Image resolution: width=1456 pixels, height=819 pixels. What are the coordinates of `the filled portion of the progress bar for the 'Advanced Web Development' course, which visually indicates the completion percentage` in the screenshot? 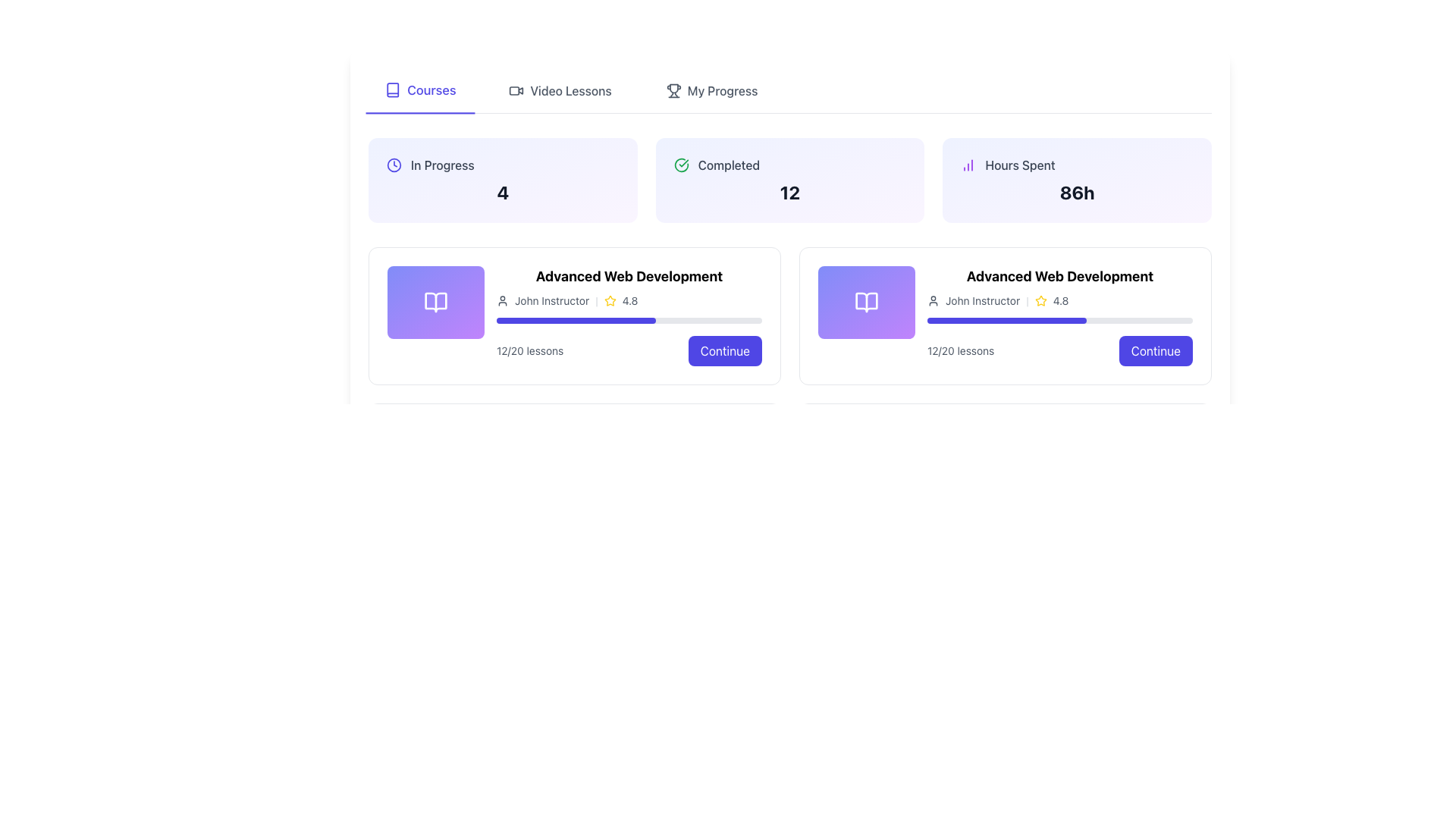 It's located at (1007, 320).